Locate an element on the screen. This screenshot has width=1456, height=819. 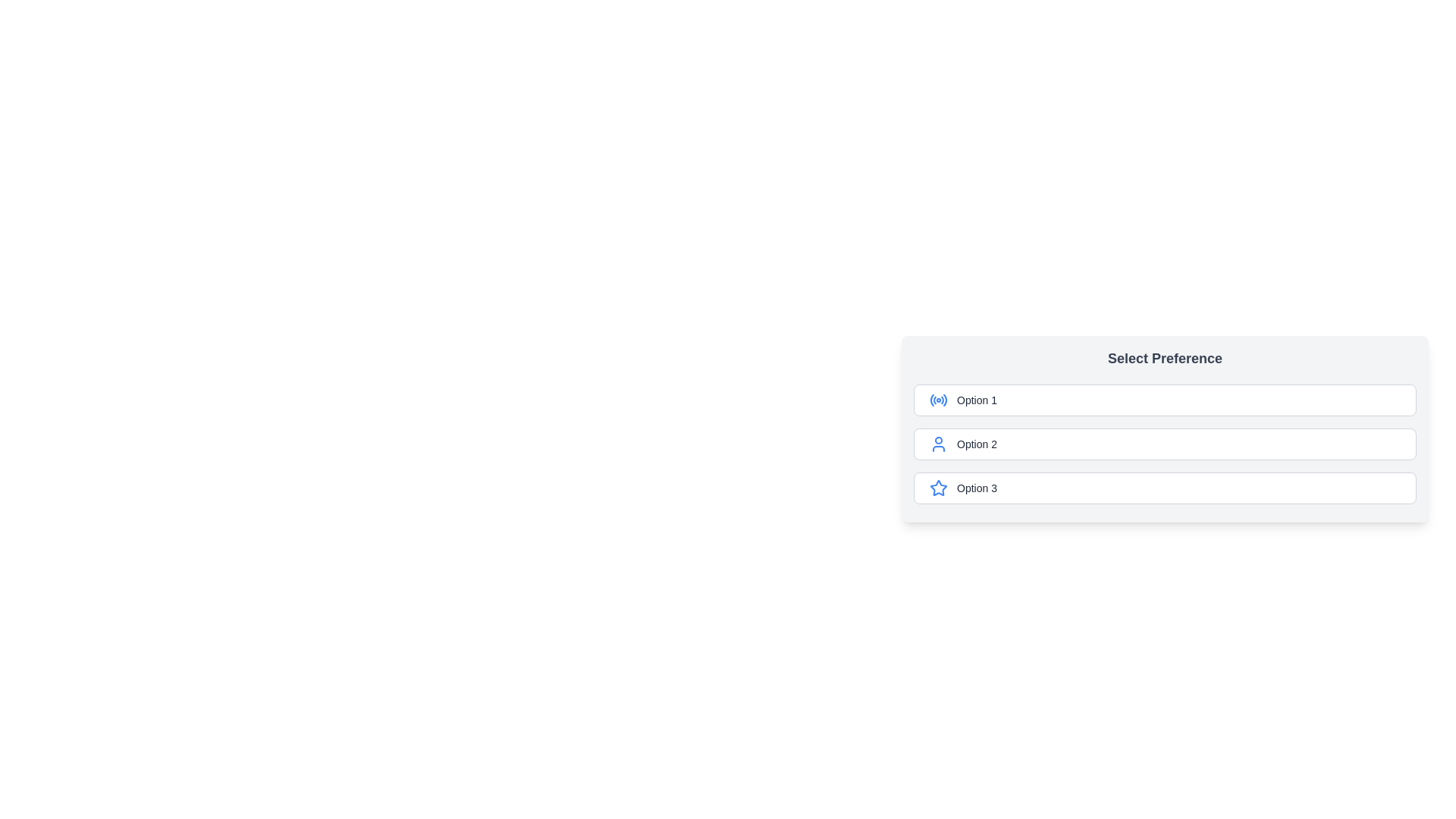
the second selectable list item (radio button option) labeled 'Option 2' in the 'Select Preference' group is located at coordinates (1164, 444).